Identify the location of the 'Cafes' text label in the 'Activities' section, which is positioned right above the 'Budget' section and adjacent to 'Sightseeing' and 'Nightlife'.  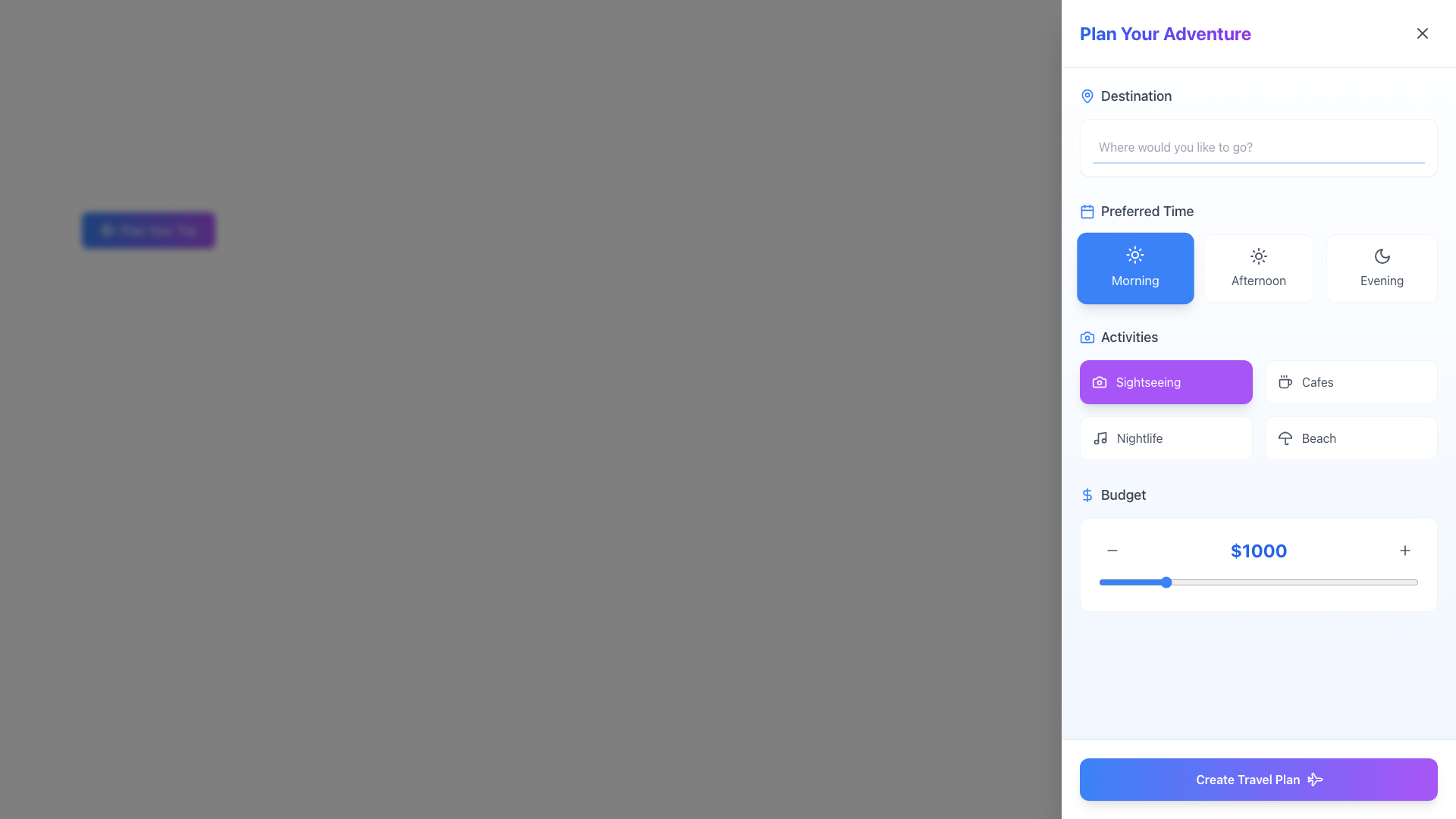
(1316, 381).